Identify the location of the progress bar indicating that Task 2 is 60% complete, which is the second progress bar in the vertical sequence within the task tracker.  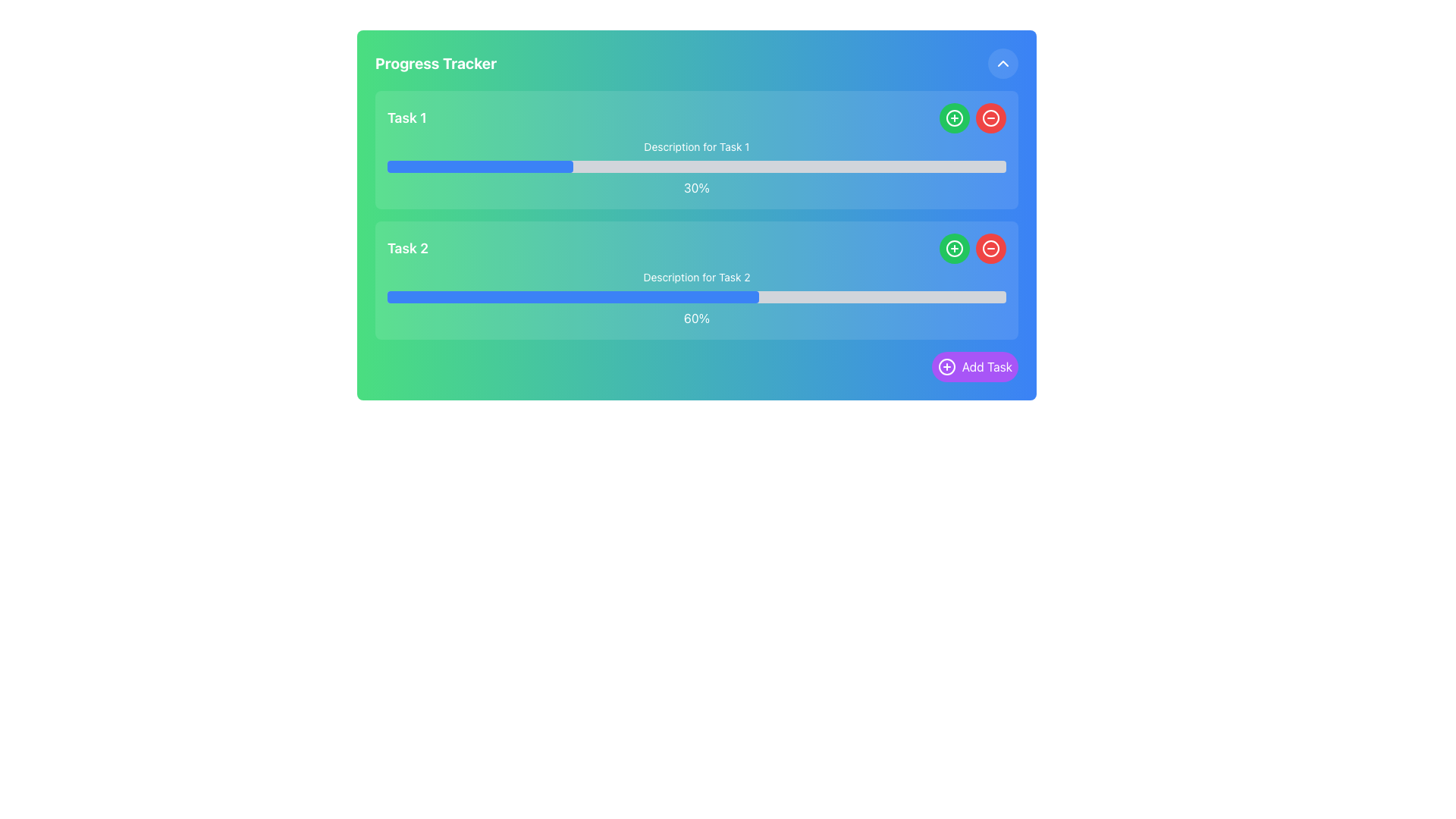
(695, 297).